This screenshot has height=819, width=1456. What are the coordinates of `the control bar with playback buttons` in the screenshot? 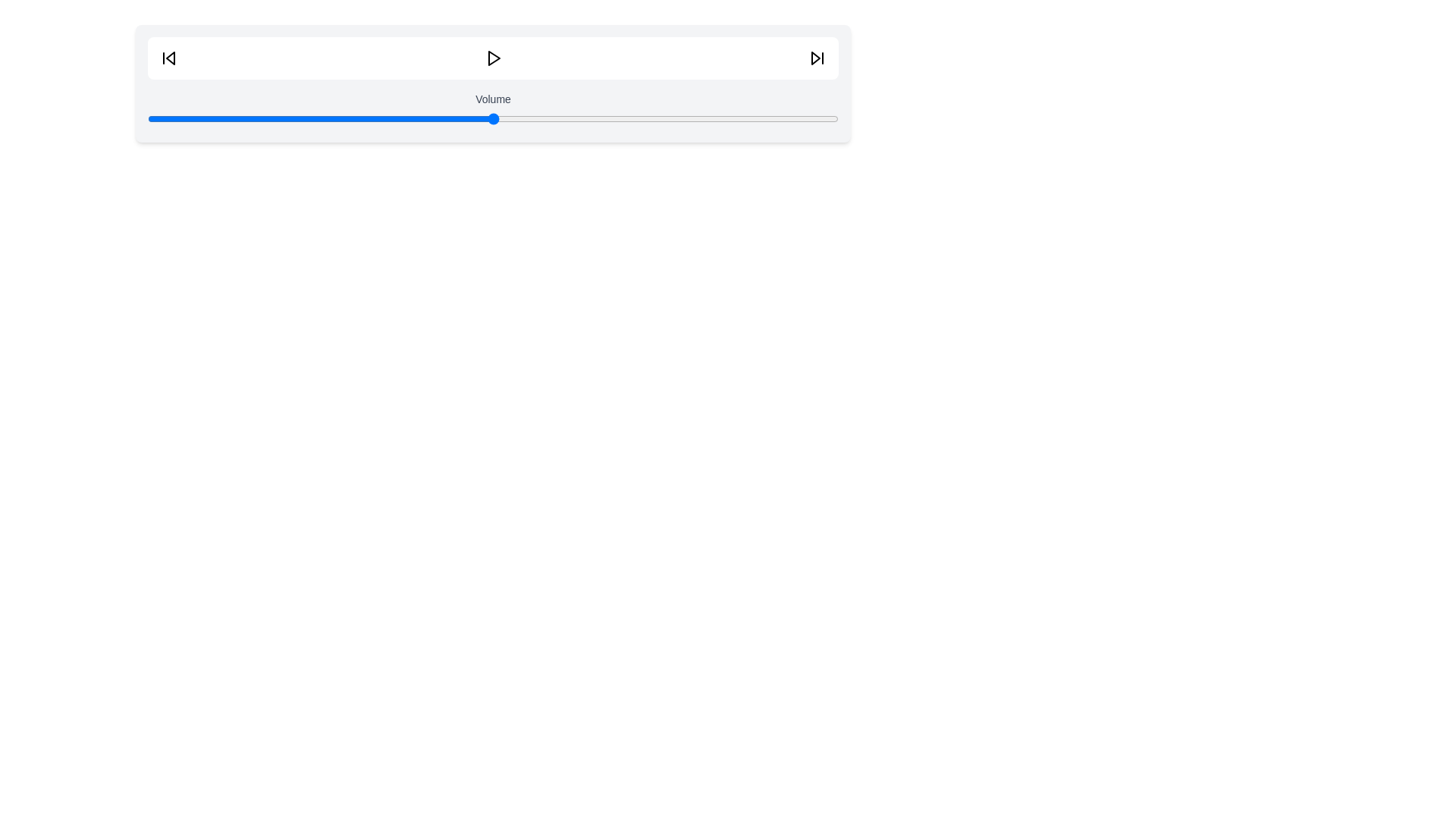 It's located at (493, 58).